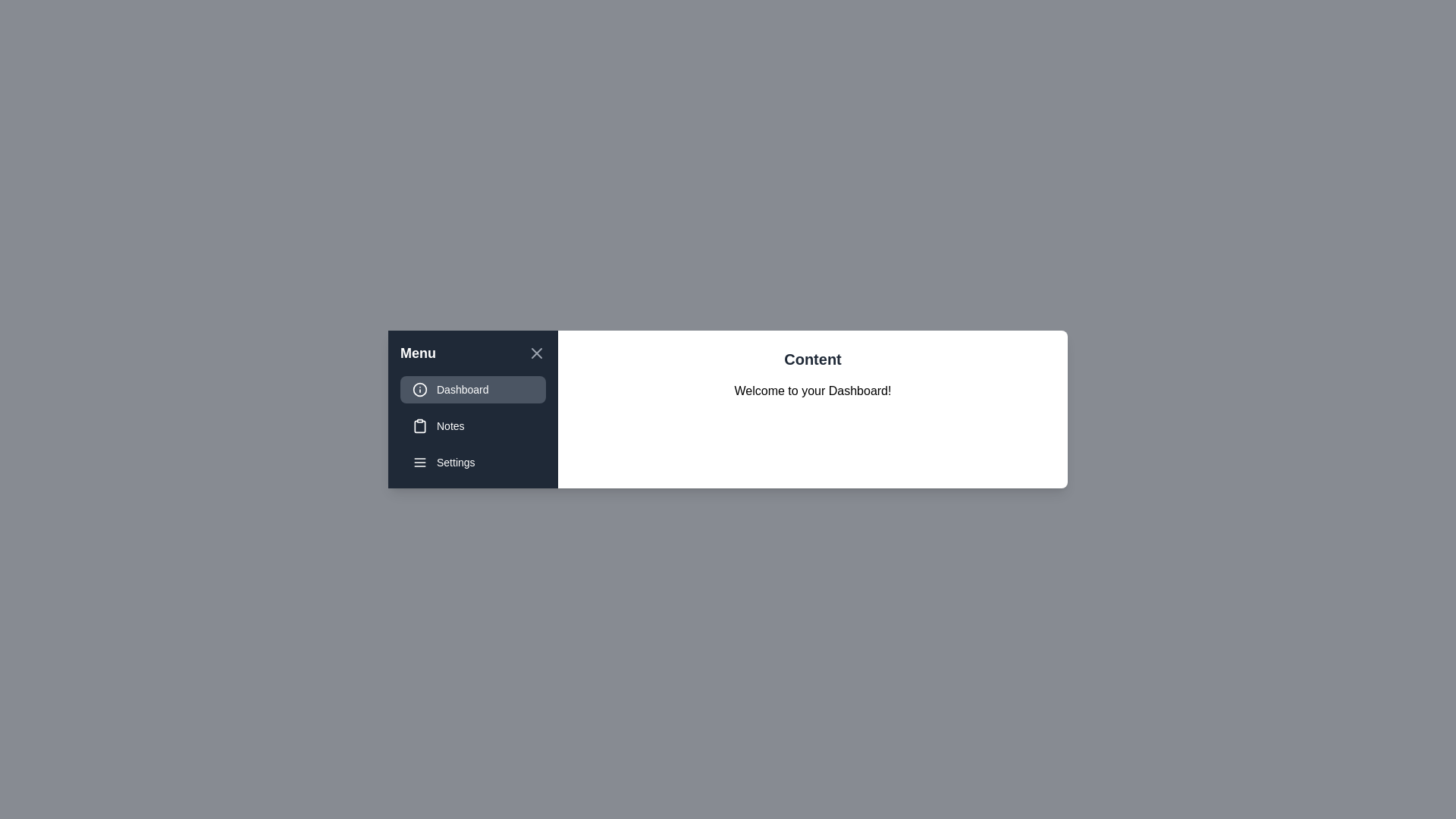 The width and height of the screenshot is (1456, 819). I want to click on the 'Settings' button, which is the third option in the vertical menu list located in the left sidebar of the application, so click(472, 461).